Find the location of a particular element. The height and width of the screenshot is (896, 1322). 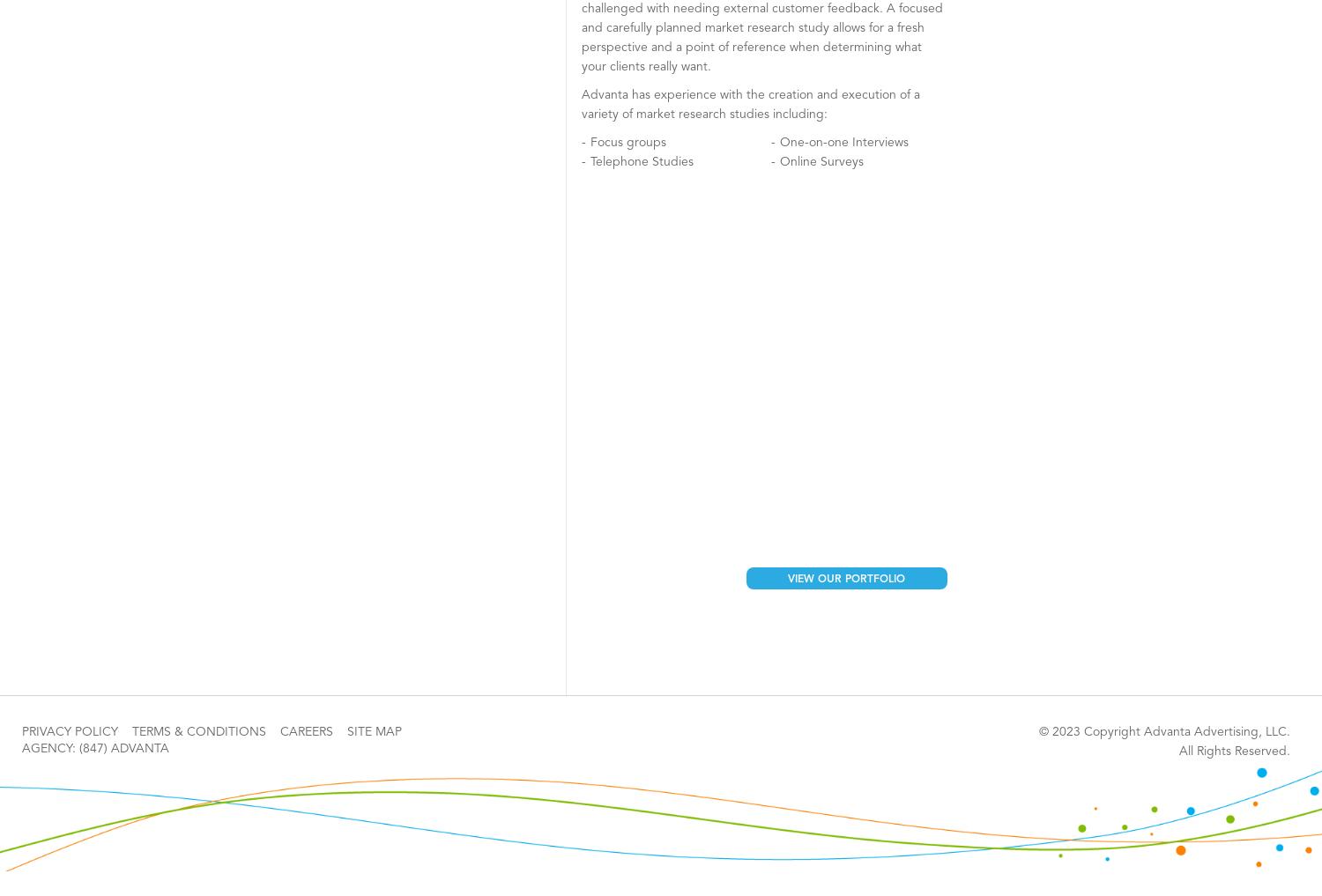

'Focus groups' is located at coordinates (627, 142).